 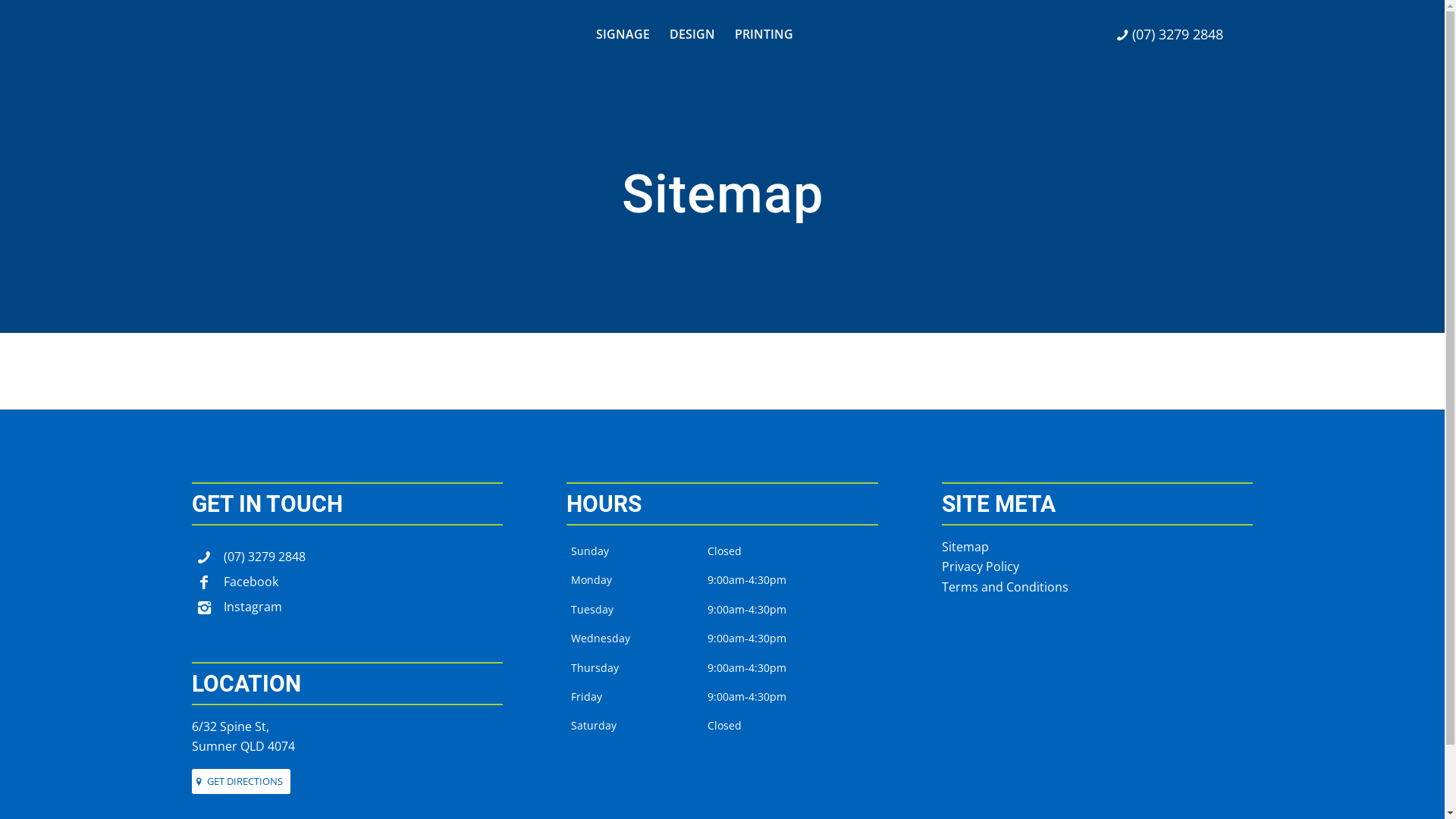 I want to click on 'PRINTING', so click(x=764, y=34).